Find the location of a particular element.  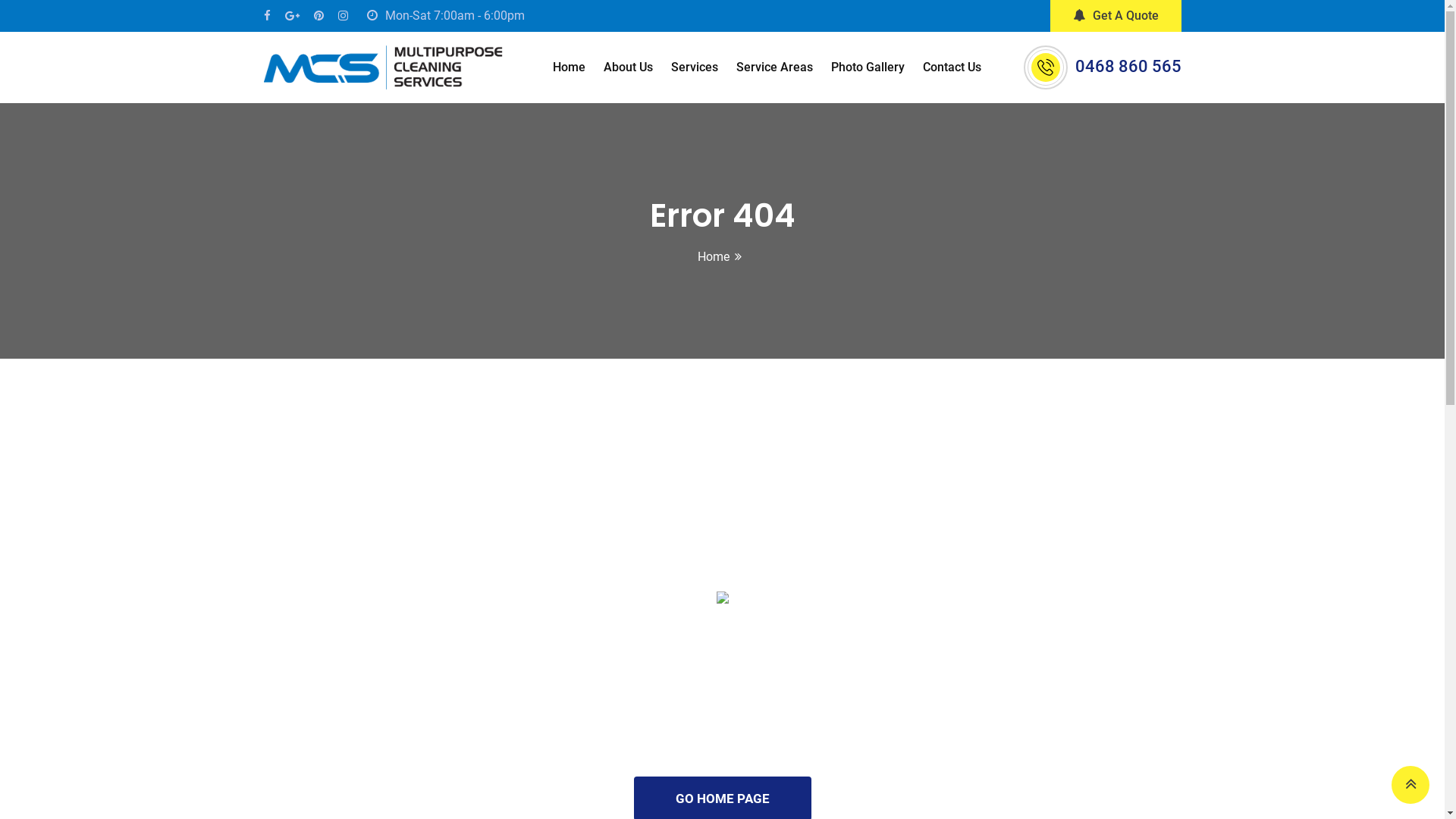

'About Us' is located at coordinates (628, 66).